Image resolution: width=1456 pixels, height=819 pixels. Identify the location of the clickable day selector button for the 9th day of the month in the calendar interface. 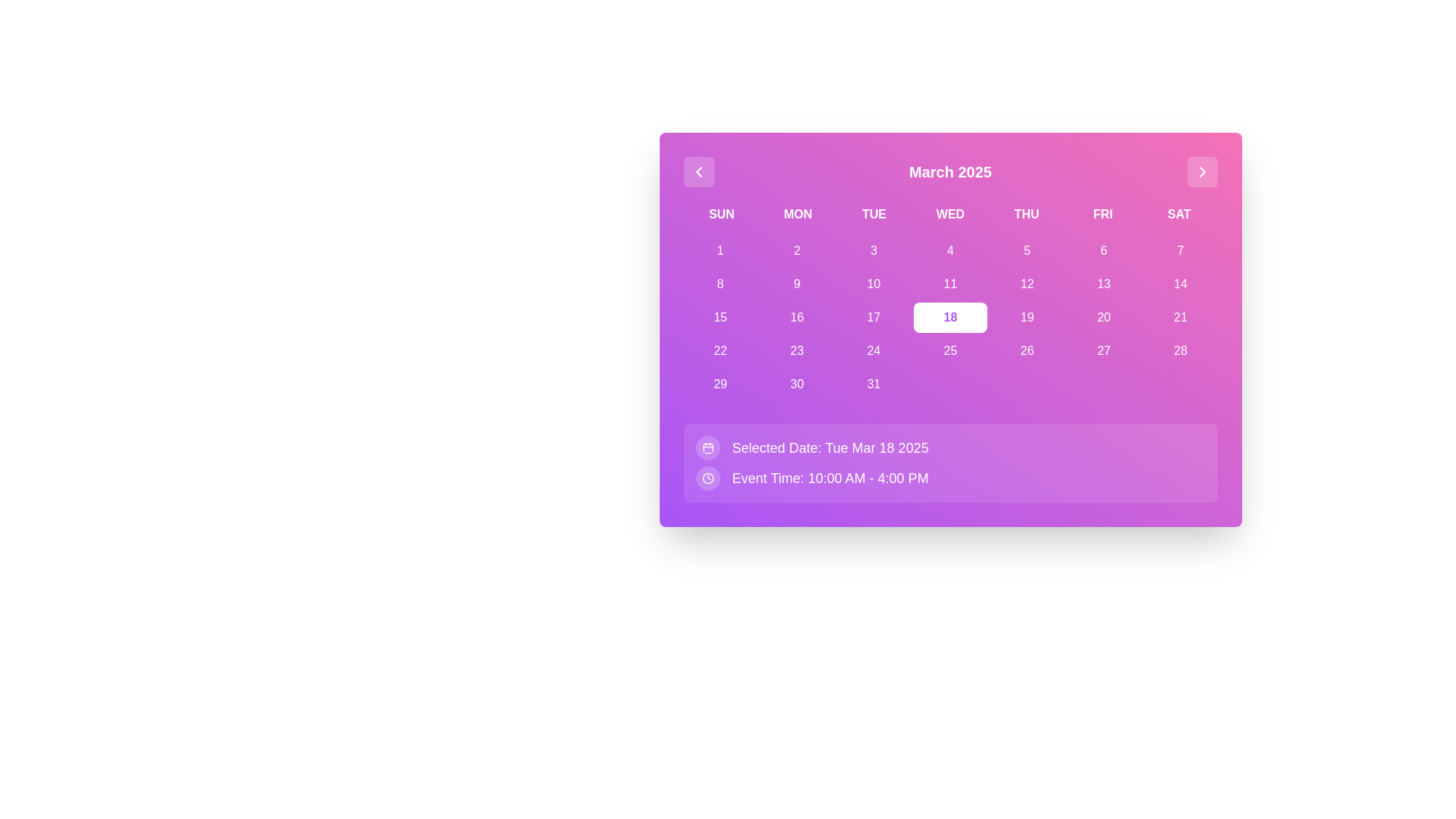
(796, 284).